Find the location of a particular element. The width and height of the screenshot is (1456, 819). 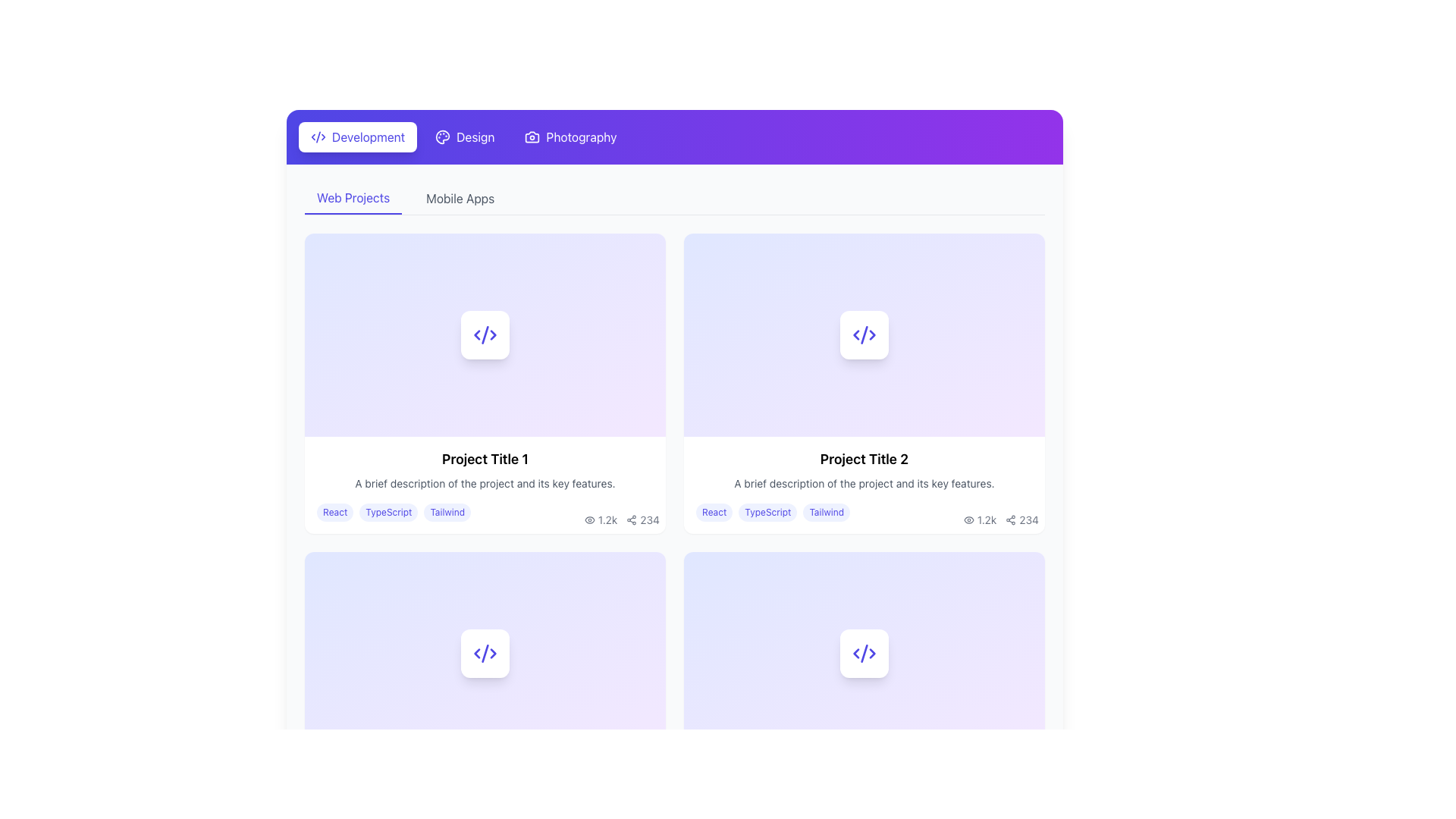

the details of the purple angle brackets icon ('<>') located at the center of the 'Project Title 2' card, which is in the top-right quadrant of the grid layout is located at coordinates (864, 333).